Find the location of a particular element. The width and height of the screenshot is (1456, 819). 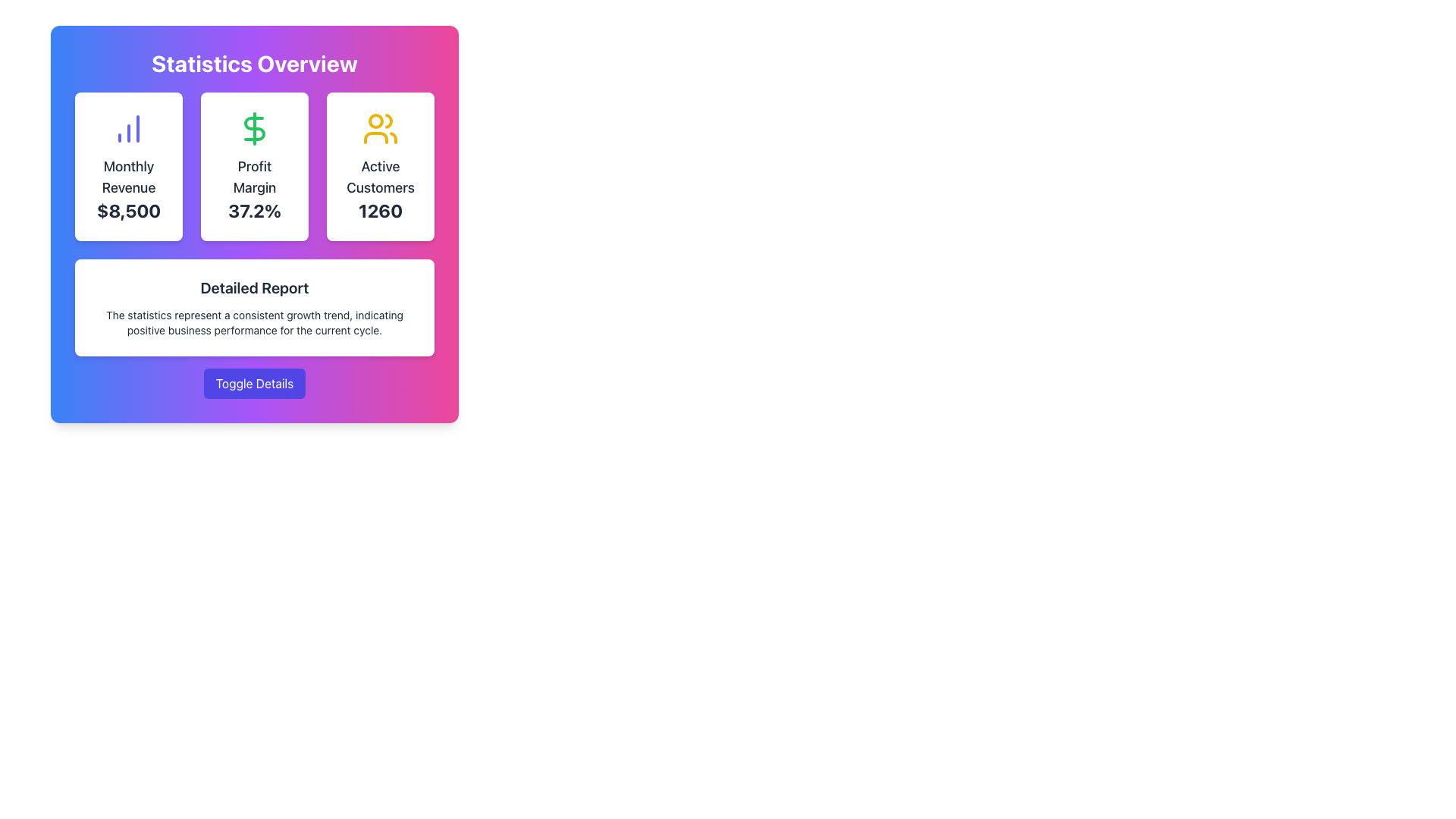

the bold-styled numeric label displaying the number 1260, located below the 'Active Customers' title text within the statistics overview card is located at coordinates (381, 210).